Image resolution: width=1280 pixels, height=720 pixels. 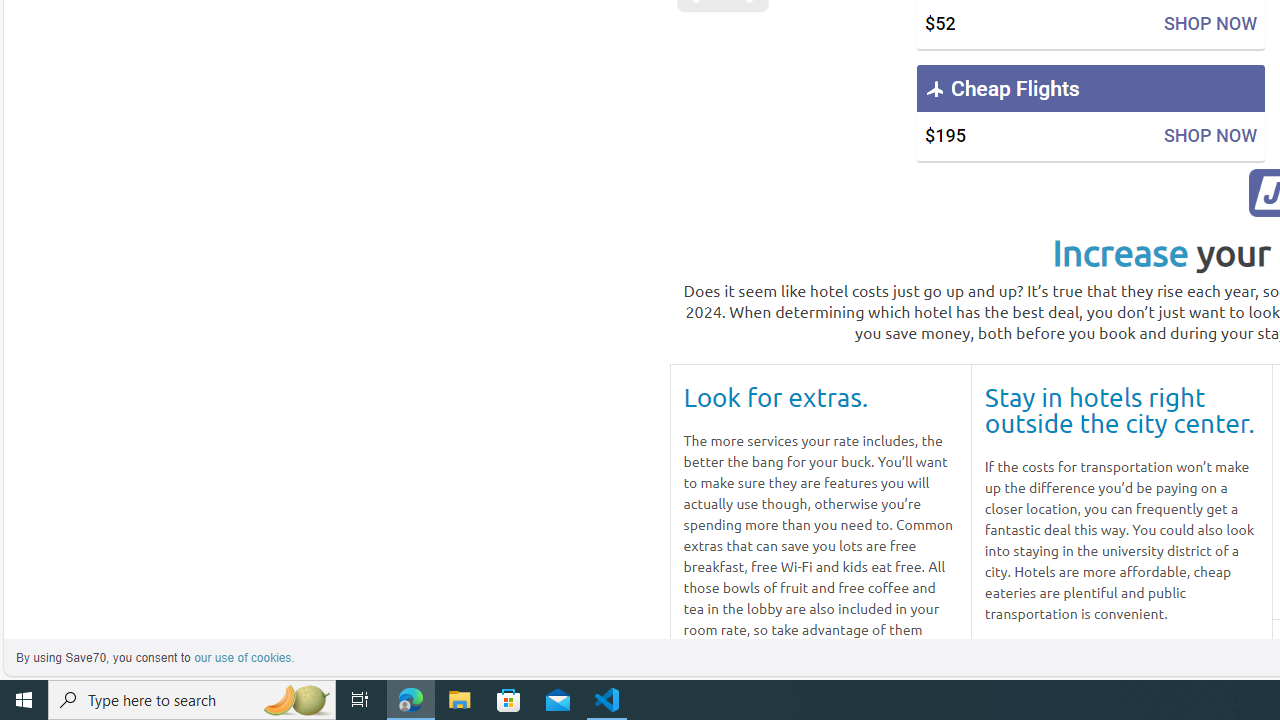 I want to click on 'Cheap Flights $195 SHOP NOW', so click(x=1089, y=113).